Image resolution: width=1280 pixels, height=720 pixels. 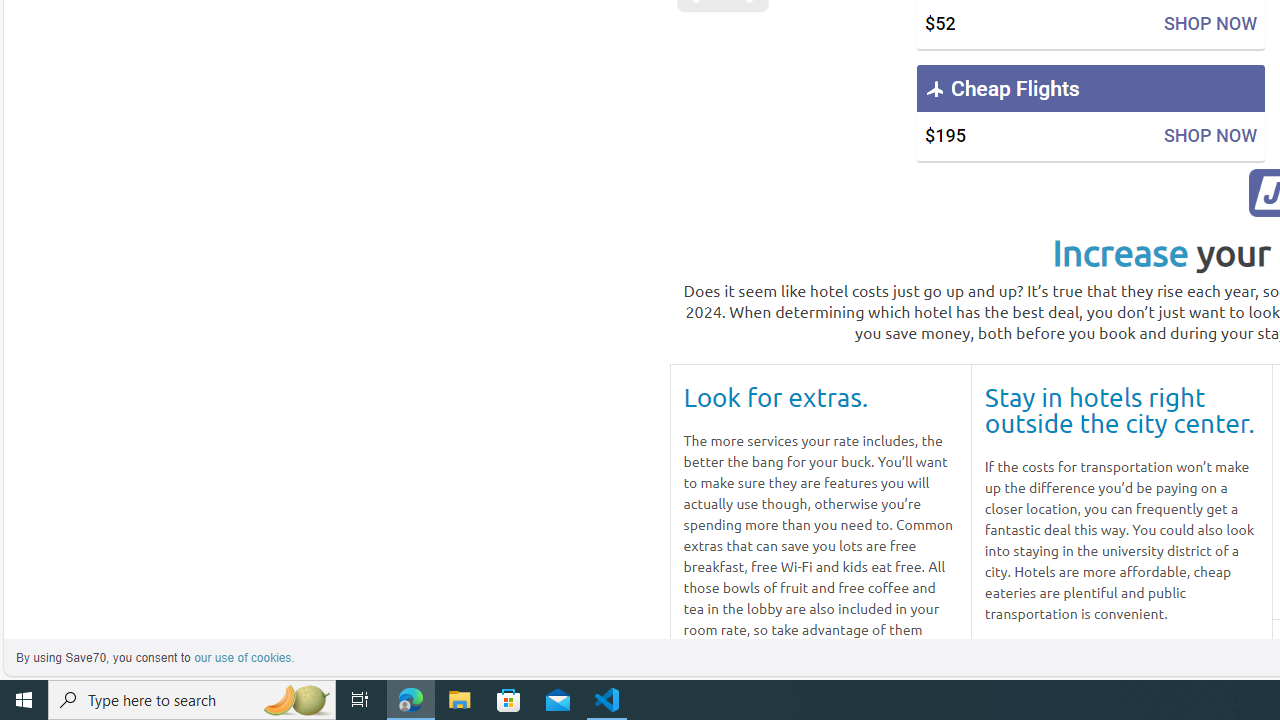 I want to click on 'Cheap Flights $195 SHOP NOW', so click(x=1089, y=113).